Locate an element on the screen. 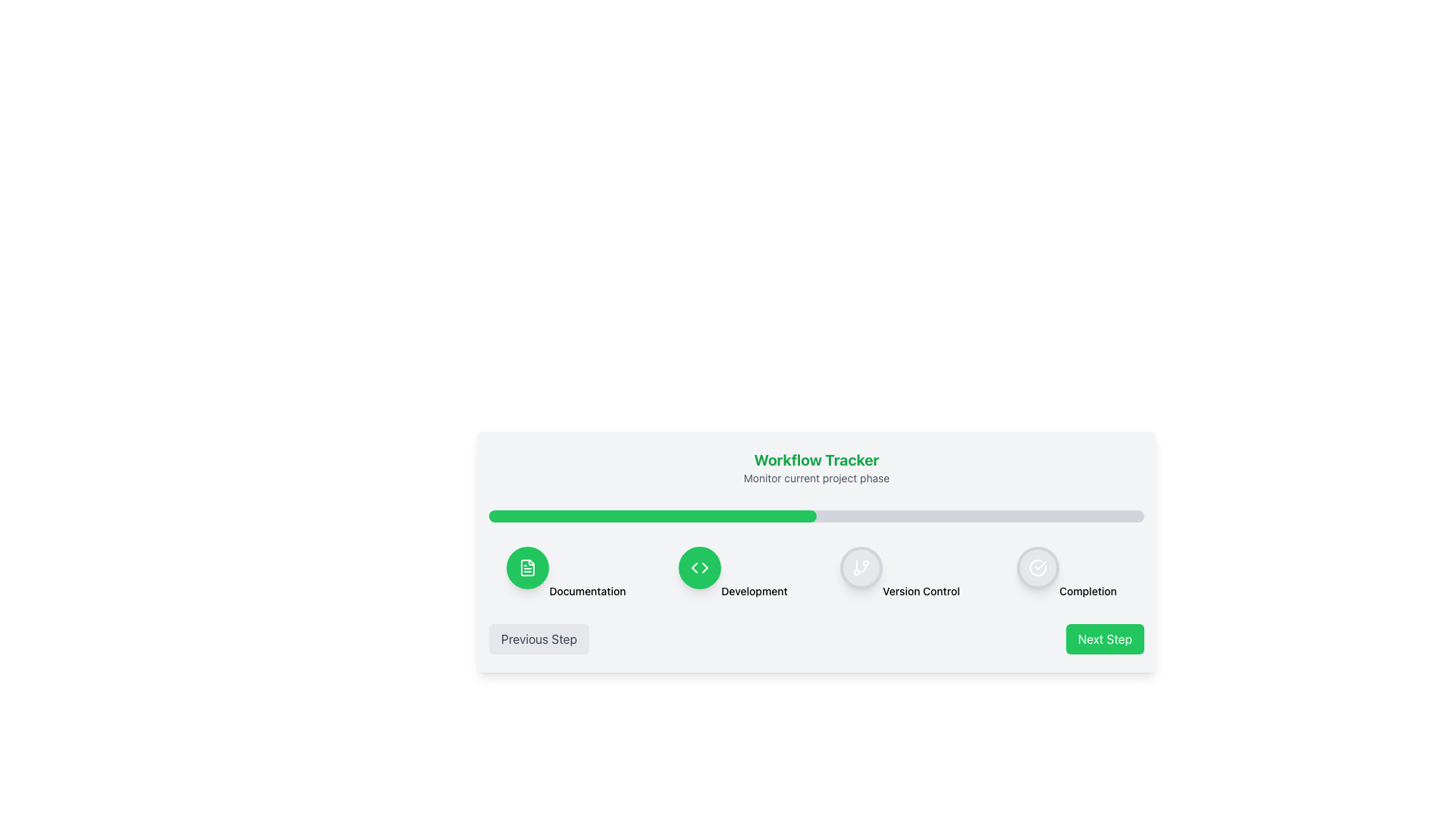 The width and height of the screenshot is (1456, 819). the 'Completion' stage in the workflow progress tracker, which is the last item in a group of four step icons is located at coordinates (1065, 573).